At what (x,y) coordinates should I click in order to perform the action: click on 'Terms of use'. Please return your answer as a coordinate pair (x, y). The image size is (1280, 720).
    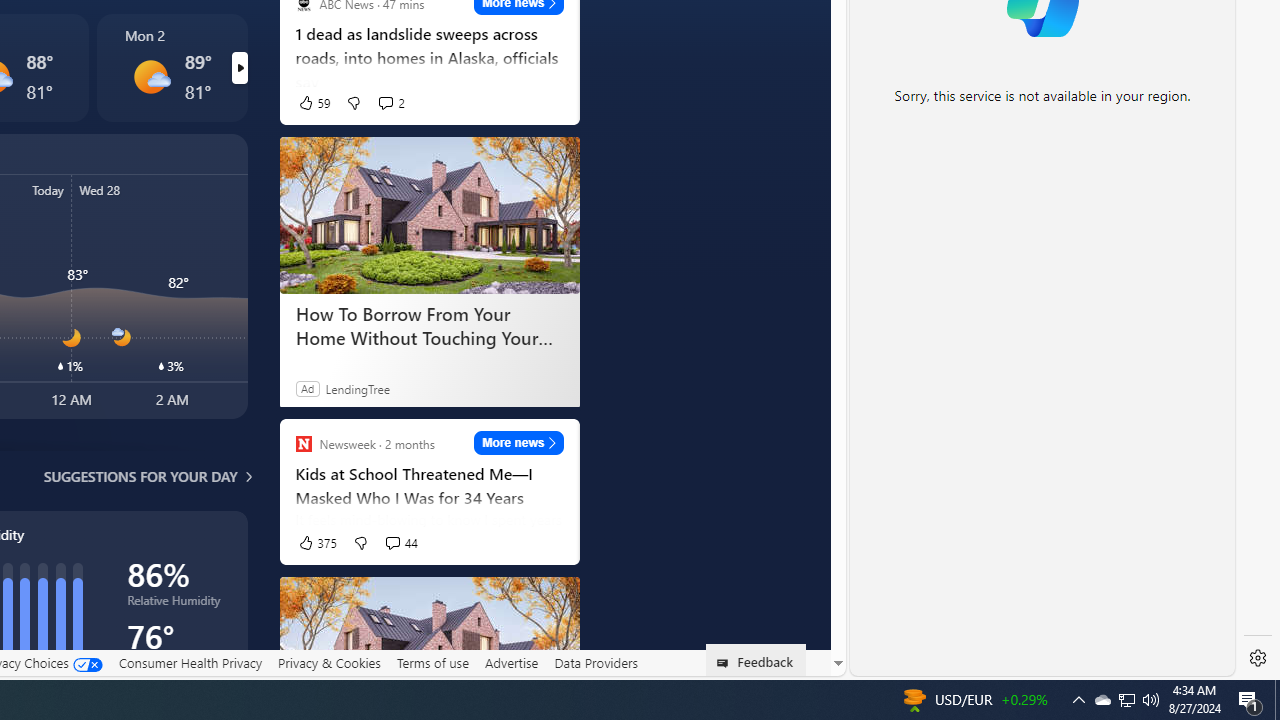
    Looking at the image, I should click on (431, 663).